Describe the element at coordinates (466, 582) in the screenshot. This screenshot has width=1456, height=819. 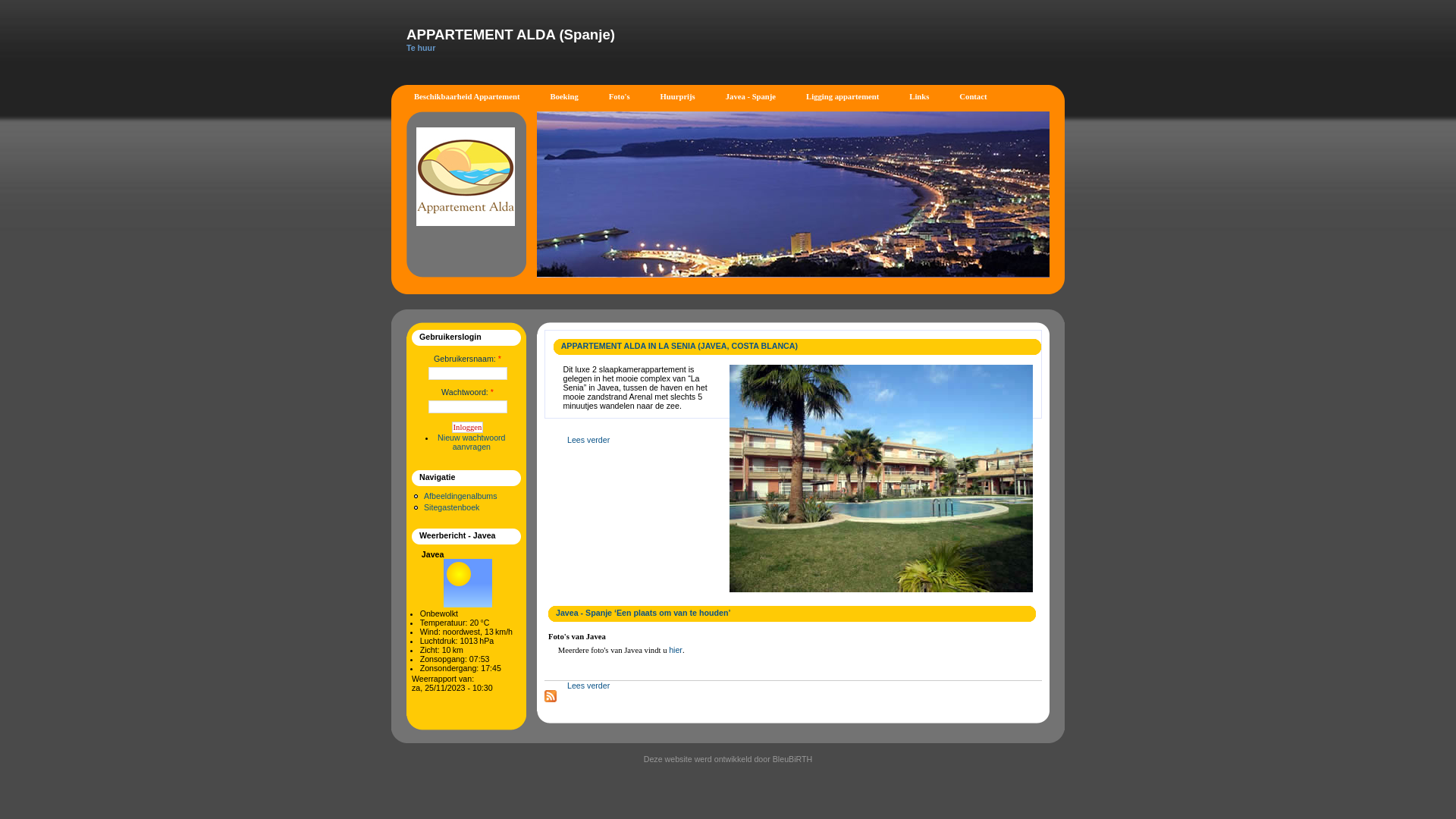
I see `'Onbewolkt'` at that location.